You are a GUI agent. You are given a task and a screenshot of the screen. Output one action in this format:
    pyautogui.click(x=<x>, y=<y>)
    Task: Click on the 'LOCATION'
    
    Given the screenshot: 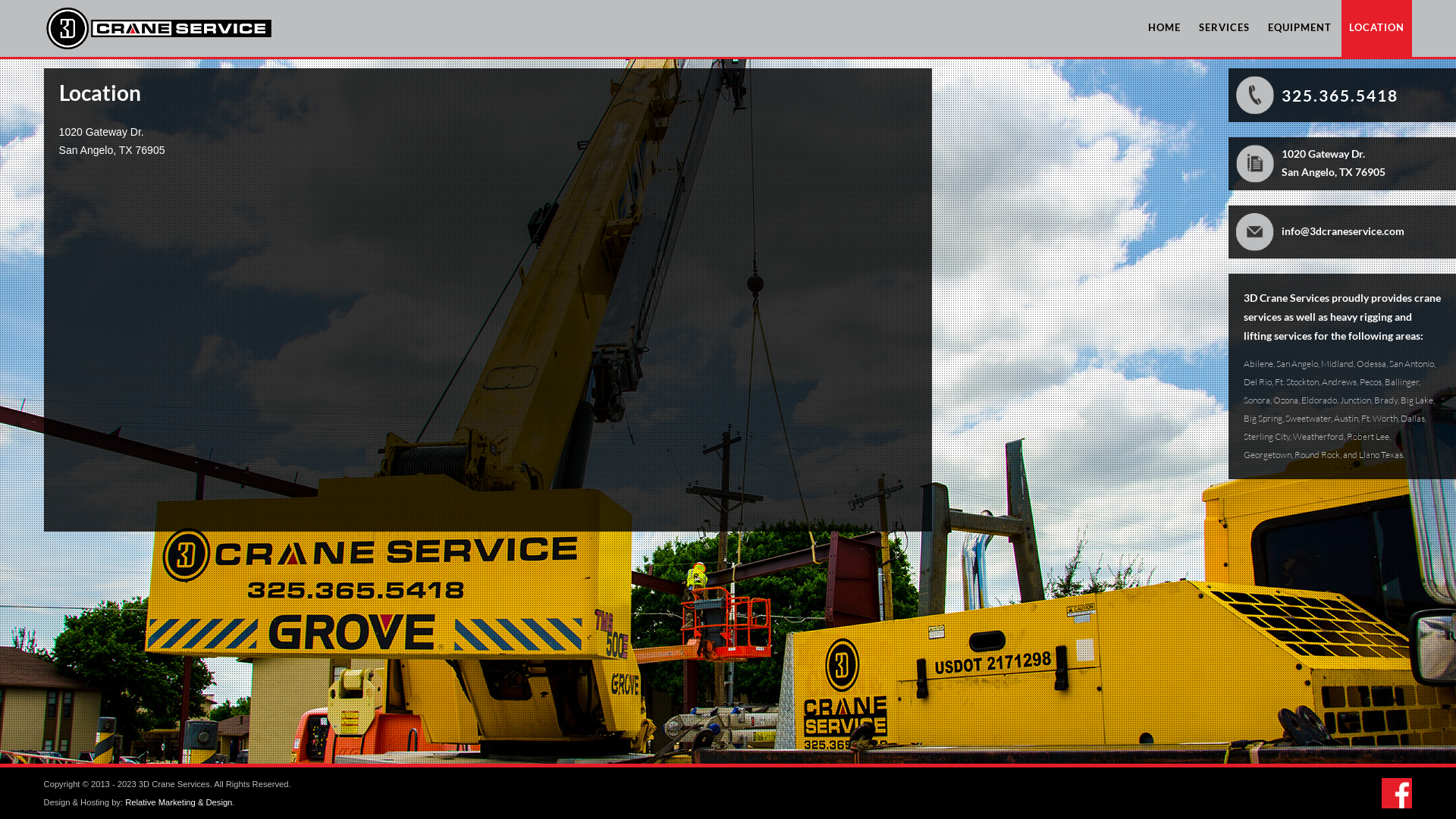 What is the action you would take?
    pyautogui.click(x=1376, y=28)
    